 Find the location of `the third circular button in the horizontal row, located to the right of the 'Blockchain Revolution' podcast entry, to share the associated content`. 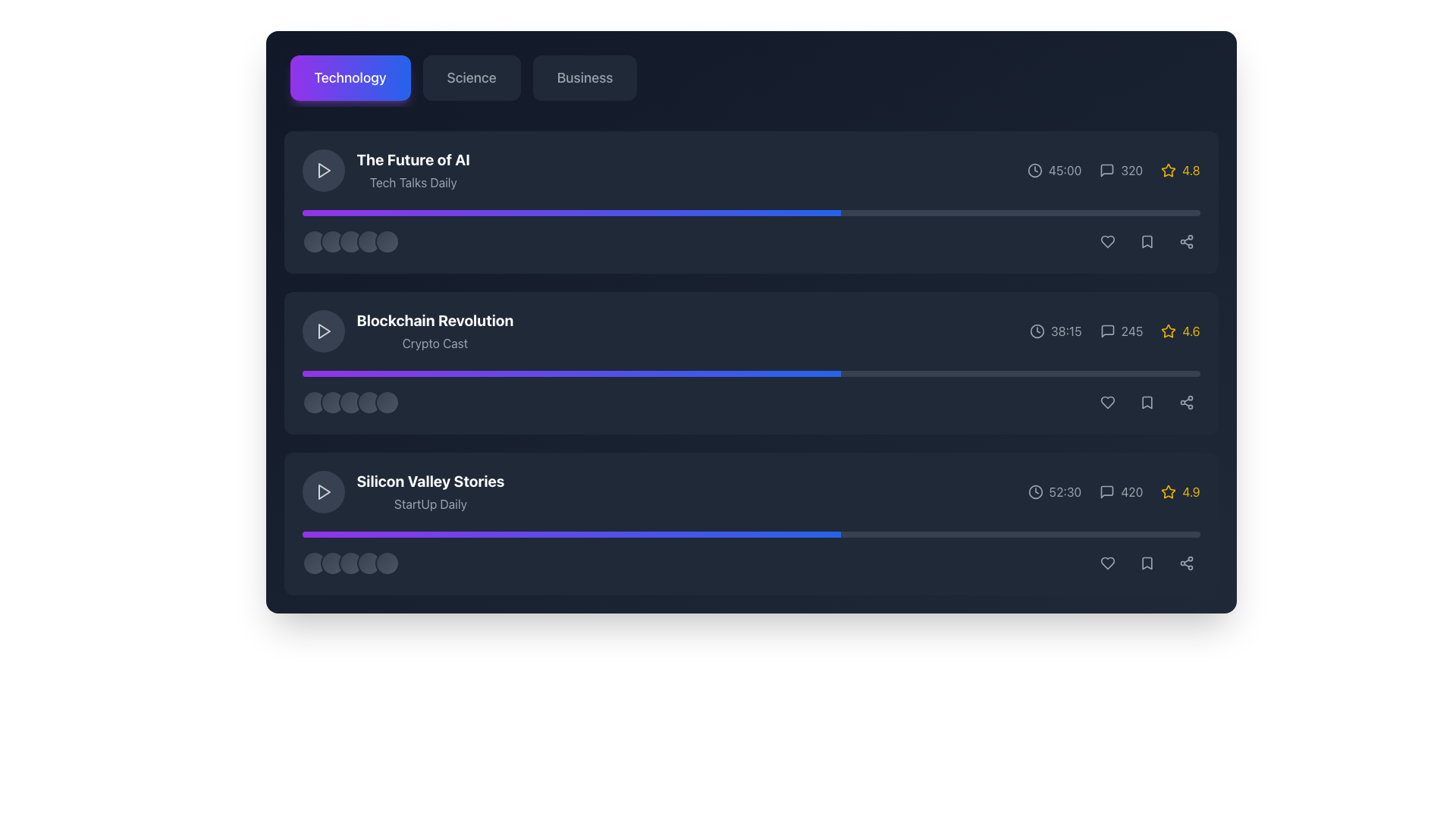

the third circular button in the horizontal row, located to the right of the 'Blockchain Revolution' podcast entry, to share the associated content is located at coordinates (1185, 402).